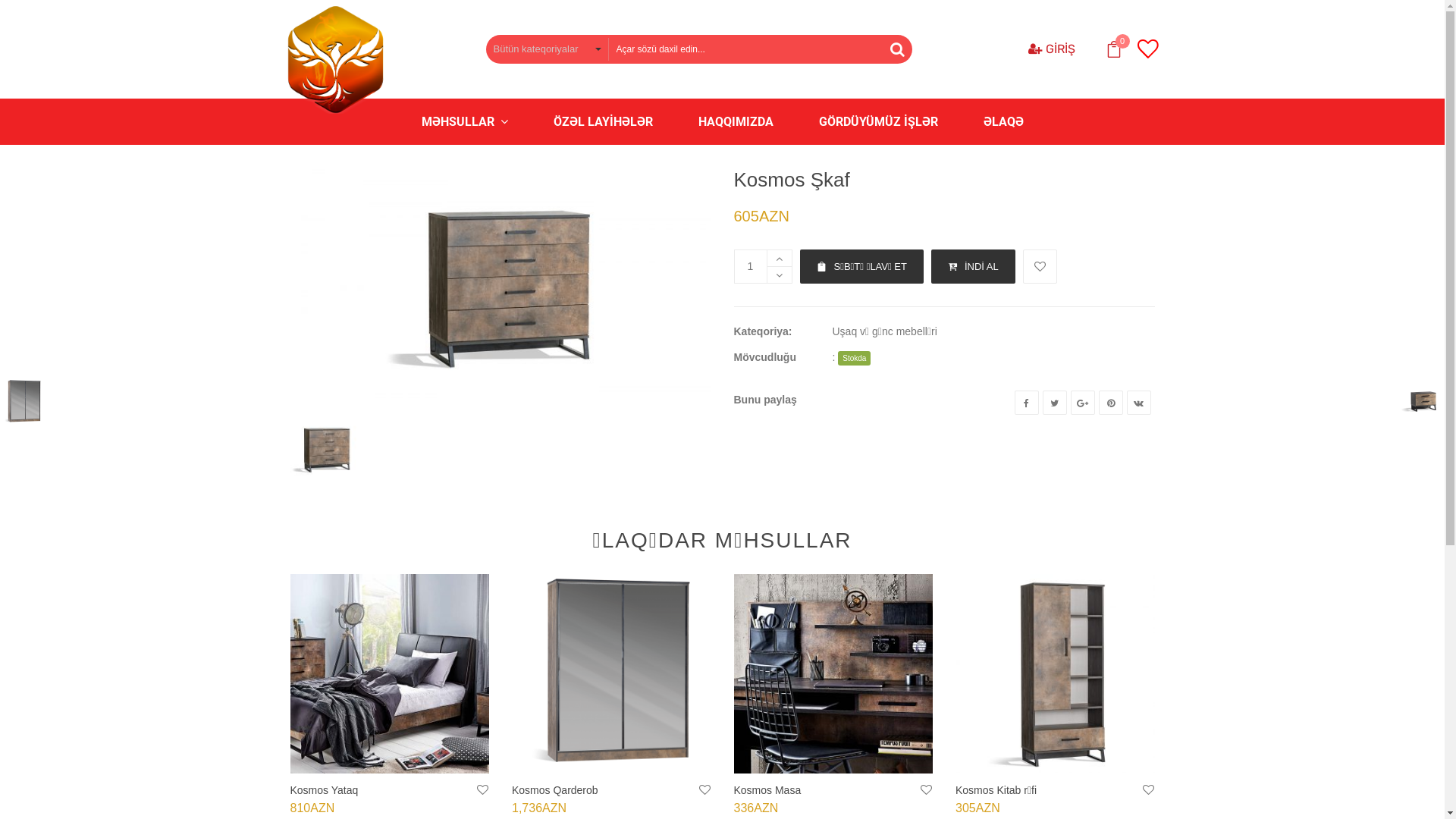 The width and height of the screenshot is (1456, 819). Describe the element at coordinates (767, 789) in the screenshot. I see `'Kosmos Masa'` at that location.